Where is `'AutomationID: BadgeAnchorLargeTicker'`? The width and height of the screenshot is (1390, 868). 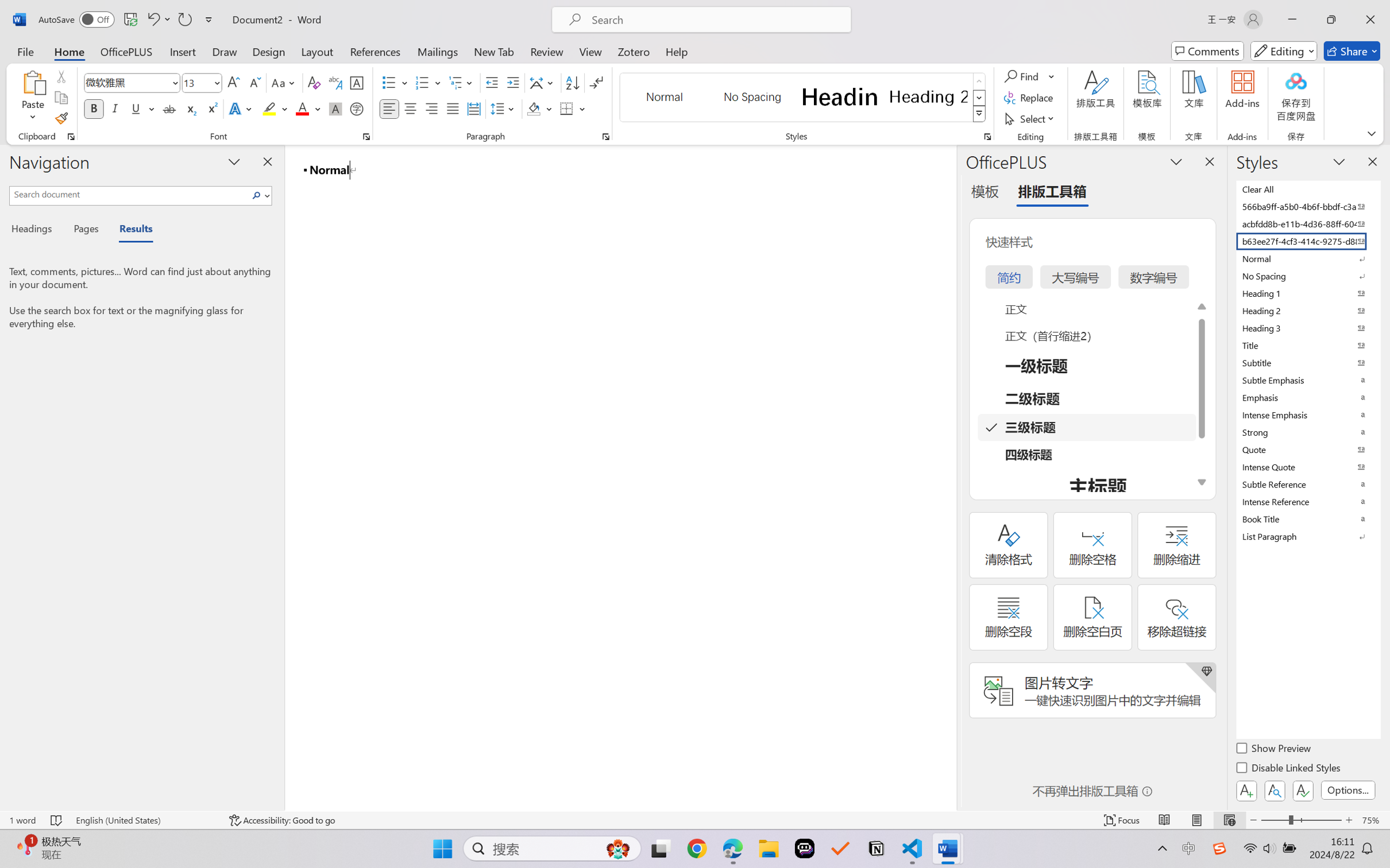 'AutomationID: BadgeAnchorLargeTicker' is located at coordinates (25, 847).